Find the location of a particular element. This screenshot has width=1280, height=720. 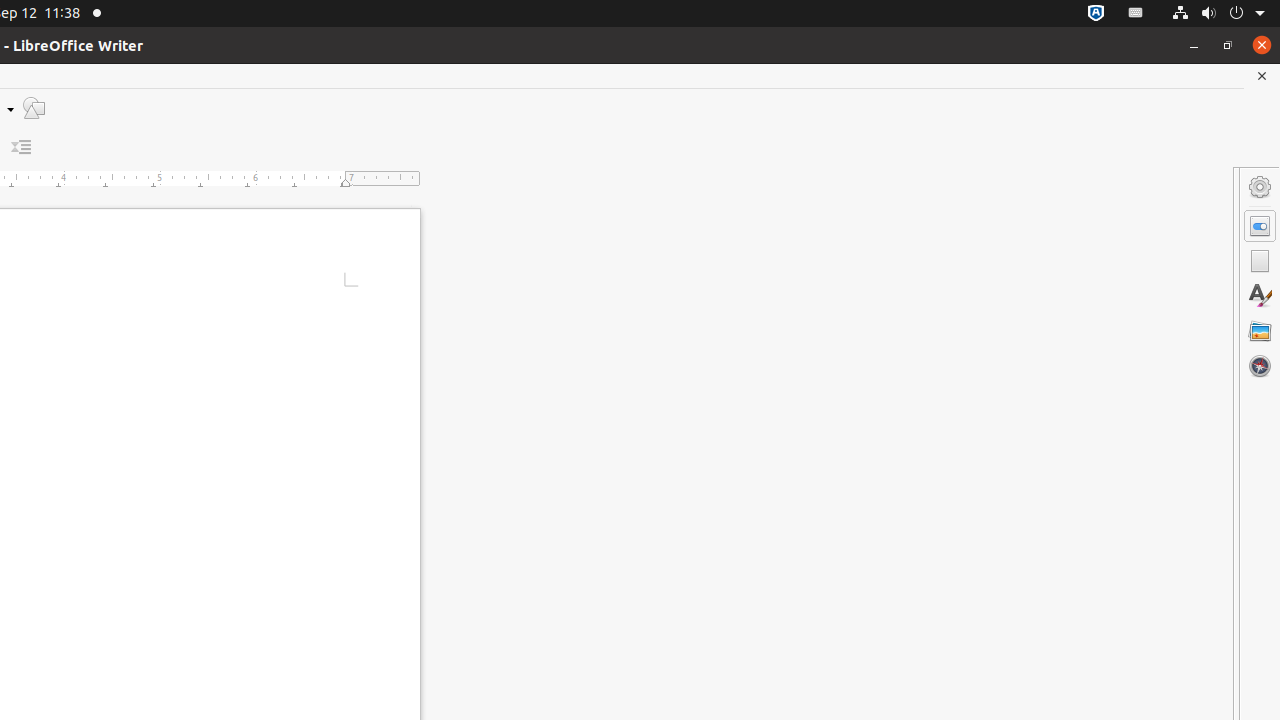

'Decrease' is located at coordinates (21, 146).